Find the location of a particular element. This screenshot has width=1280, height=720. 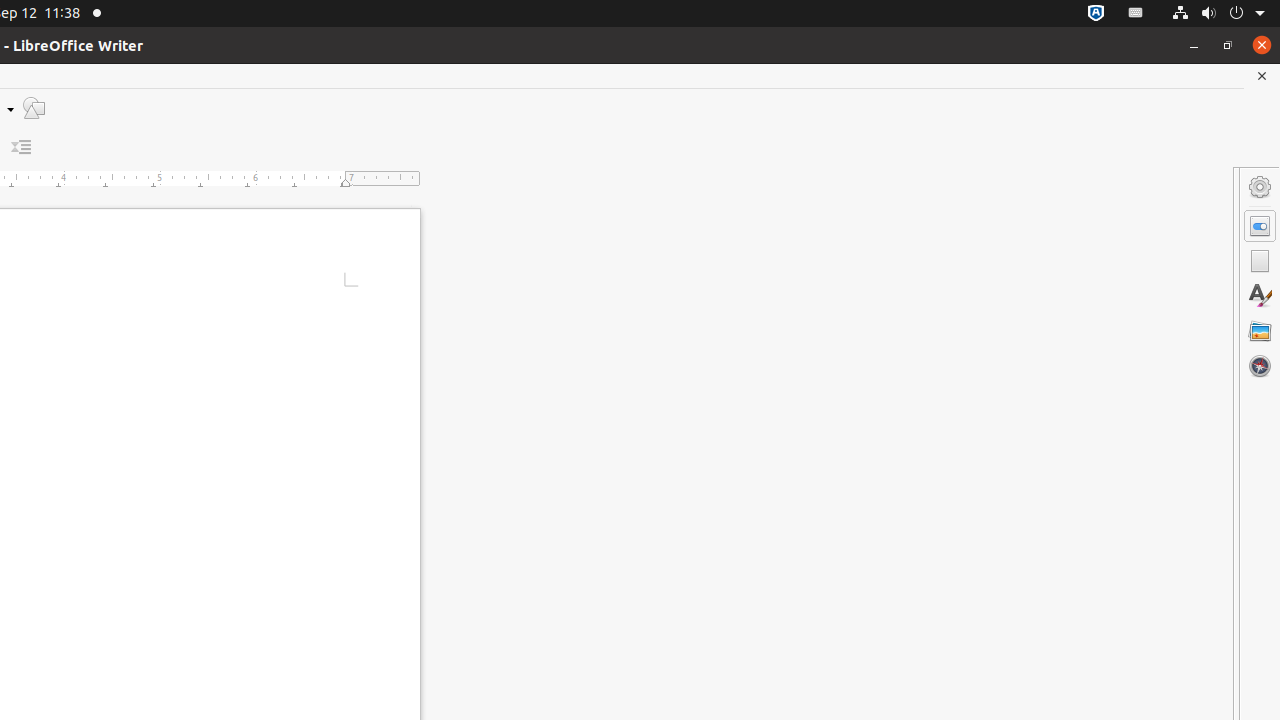

'Decrease' is located at coordinates (21, 146).